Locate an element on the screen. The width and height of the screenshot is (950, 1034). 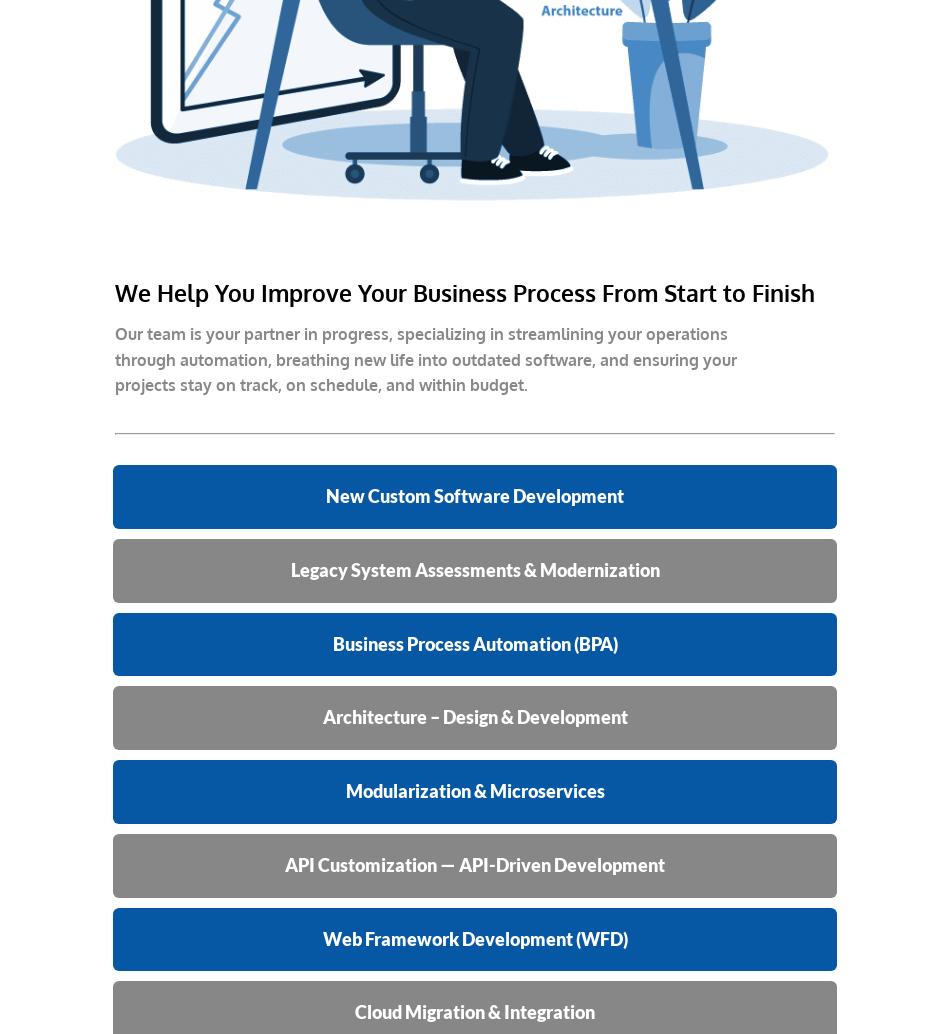
'Business Process Automation (BPA)' is located at coordinates (473, 643).